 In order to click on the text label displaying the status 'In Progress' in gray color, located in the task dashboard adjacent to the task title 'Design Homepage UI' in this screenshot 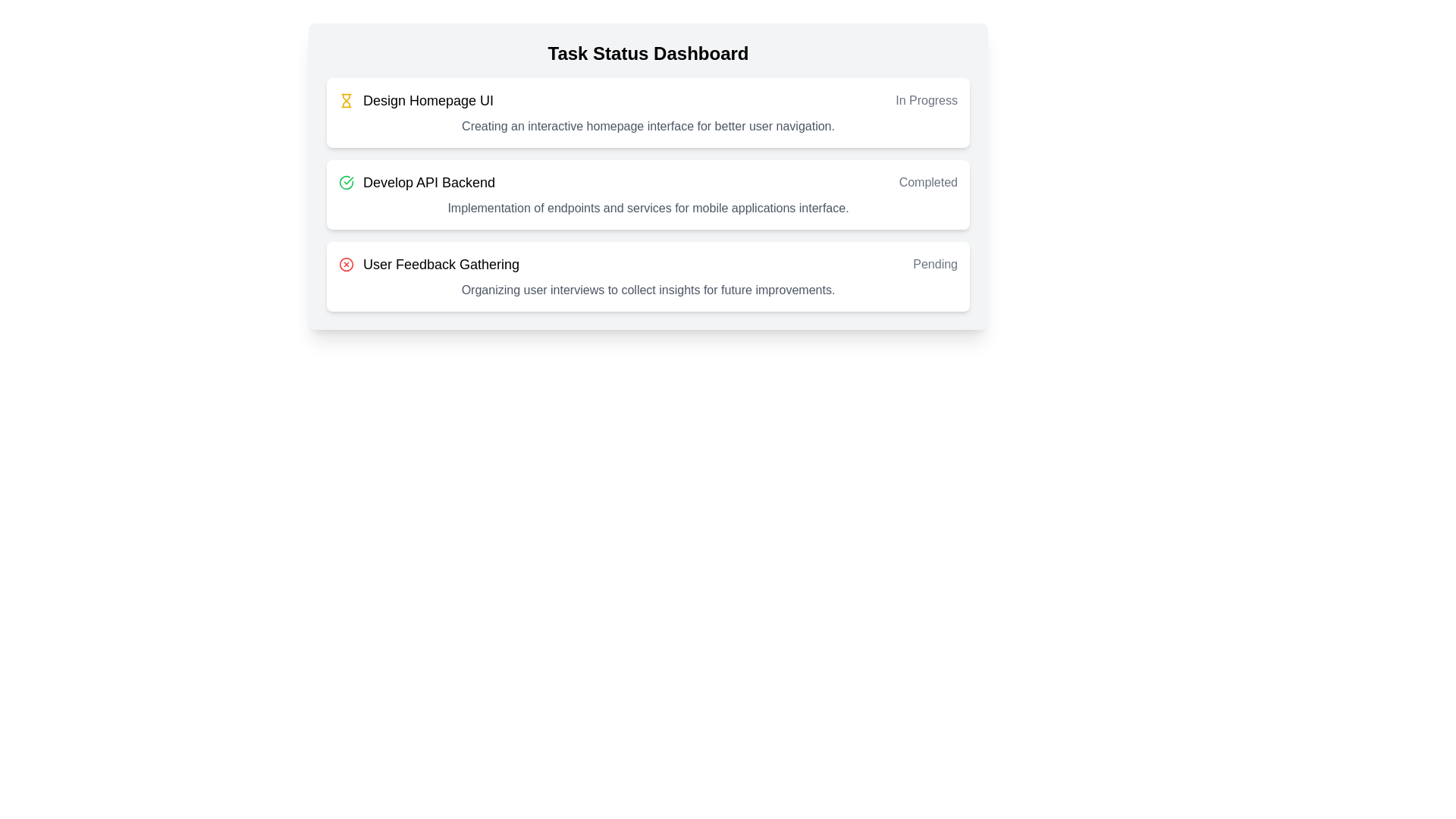, I will do `click(926, 100)`.